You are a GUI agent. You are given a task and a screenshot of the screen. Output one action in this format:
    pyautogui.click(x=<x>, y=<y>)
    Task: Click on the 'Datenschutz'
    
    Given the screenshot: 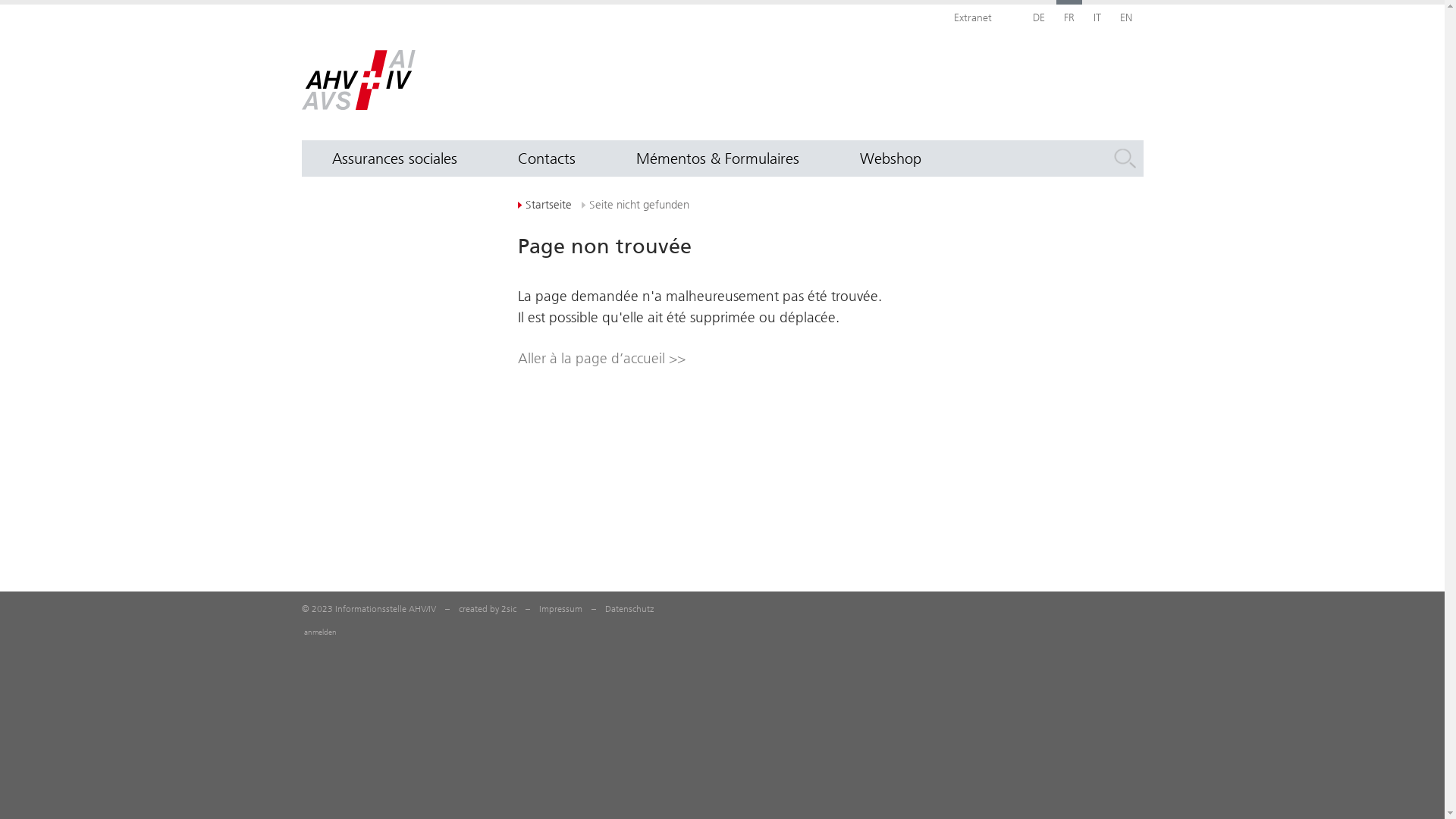 What is the action you would take?
    pyautogui.click(x=629, y=607)
    